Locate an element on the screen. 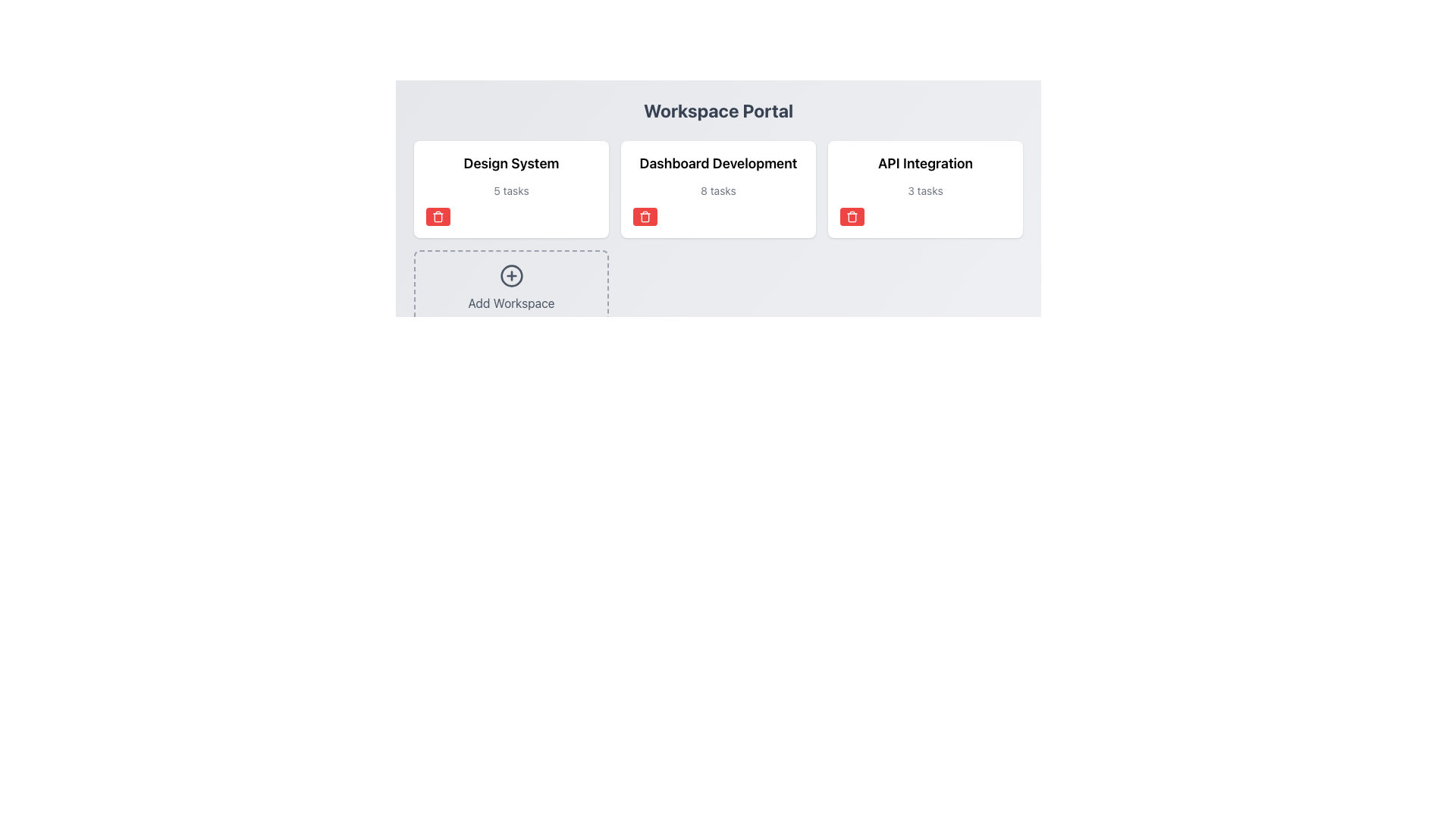 Image resolution: width=1456 pixels, height=819 pixels. the Group panel that contains the bold text 'API Integration' and a red trash icon, which is the third card in a row within a grid layout is located at coordinates (924, 189).